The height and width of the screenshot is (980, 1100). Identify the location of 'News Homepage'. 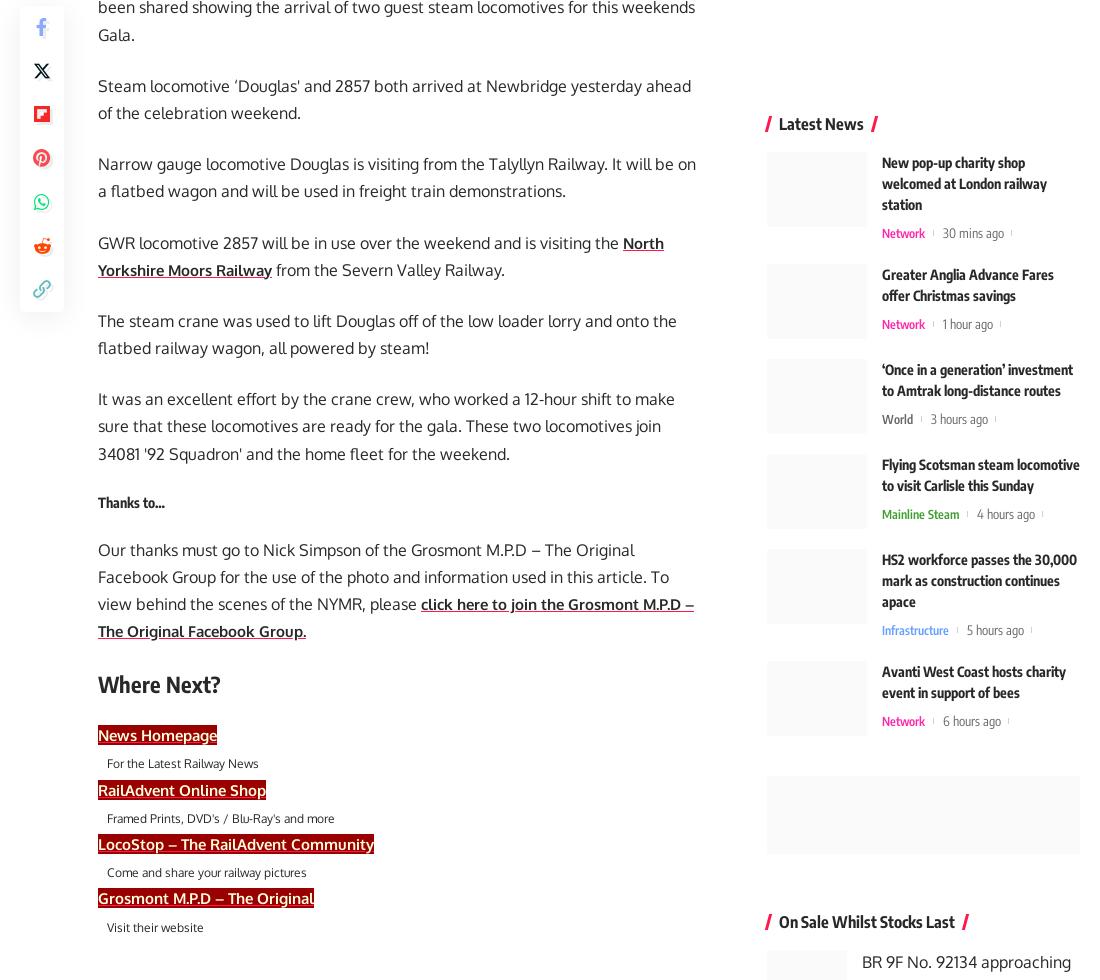
(162, 739).